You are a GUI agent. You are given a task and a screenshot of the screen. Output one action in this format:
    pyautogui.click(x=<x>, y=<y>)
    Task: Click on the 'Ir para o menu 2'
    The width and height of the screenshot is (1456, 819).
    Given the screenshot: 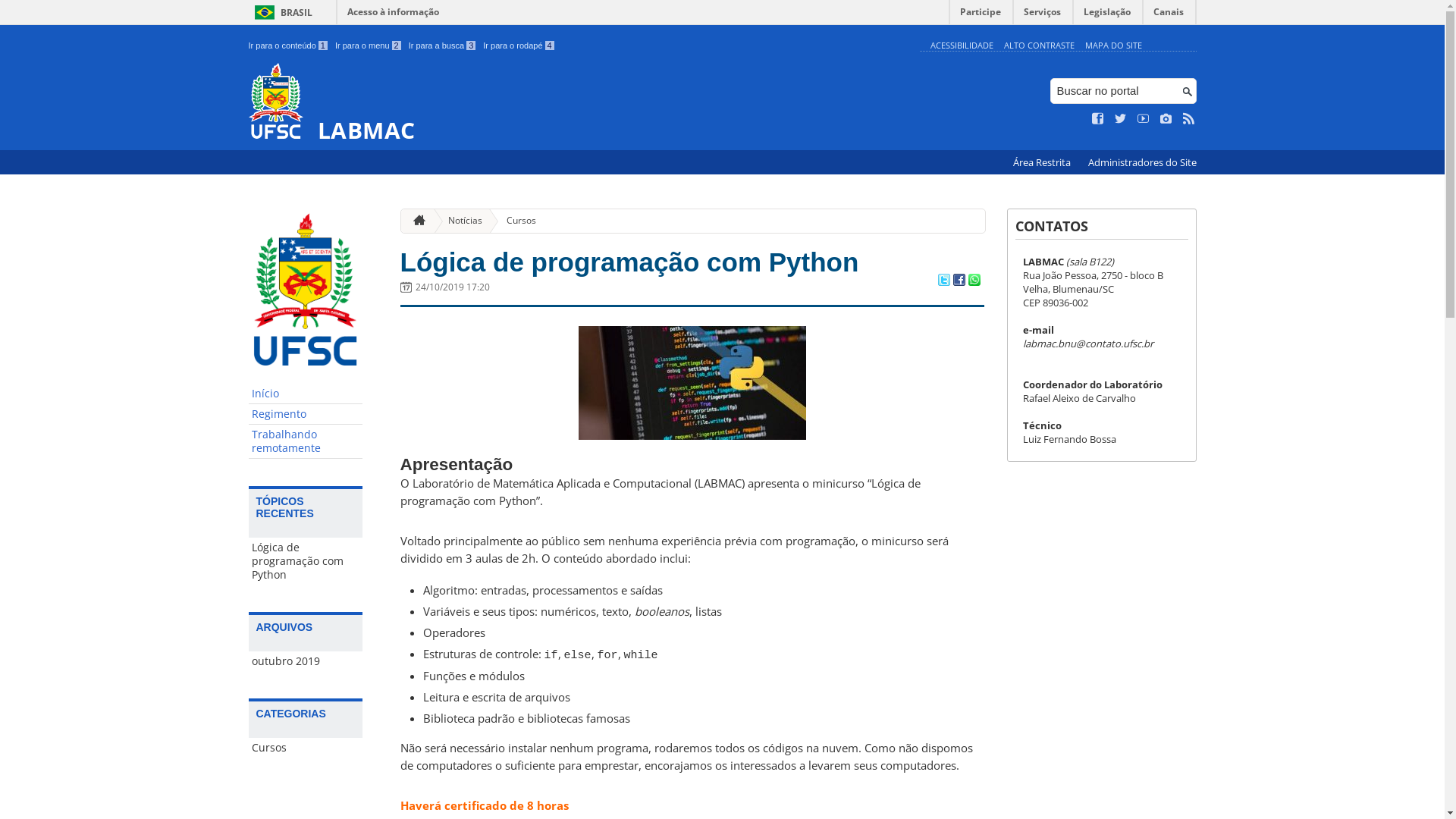 What is the action you would take?
    pyautogui.click(x=368, y=45)
    